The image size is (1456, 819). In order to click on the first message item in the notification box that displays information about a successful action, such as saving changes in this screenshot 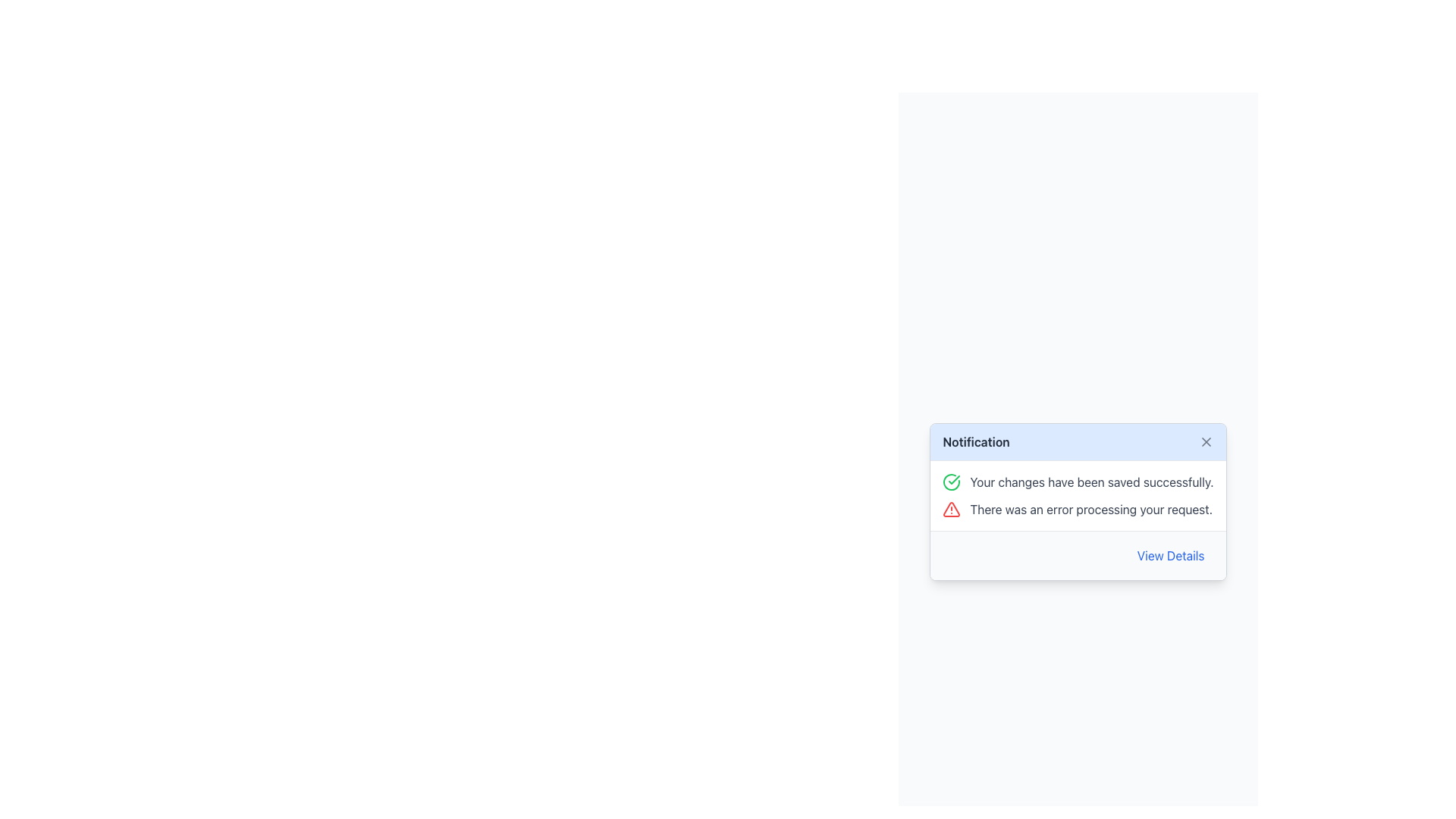, I will do `click(1092, 482)`.